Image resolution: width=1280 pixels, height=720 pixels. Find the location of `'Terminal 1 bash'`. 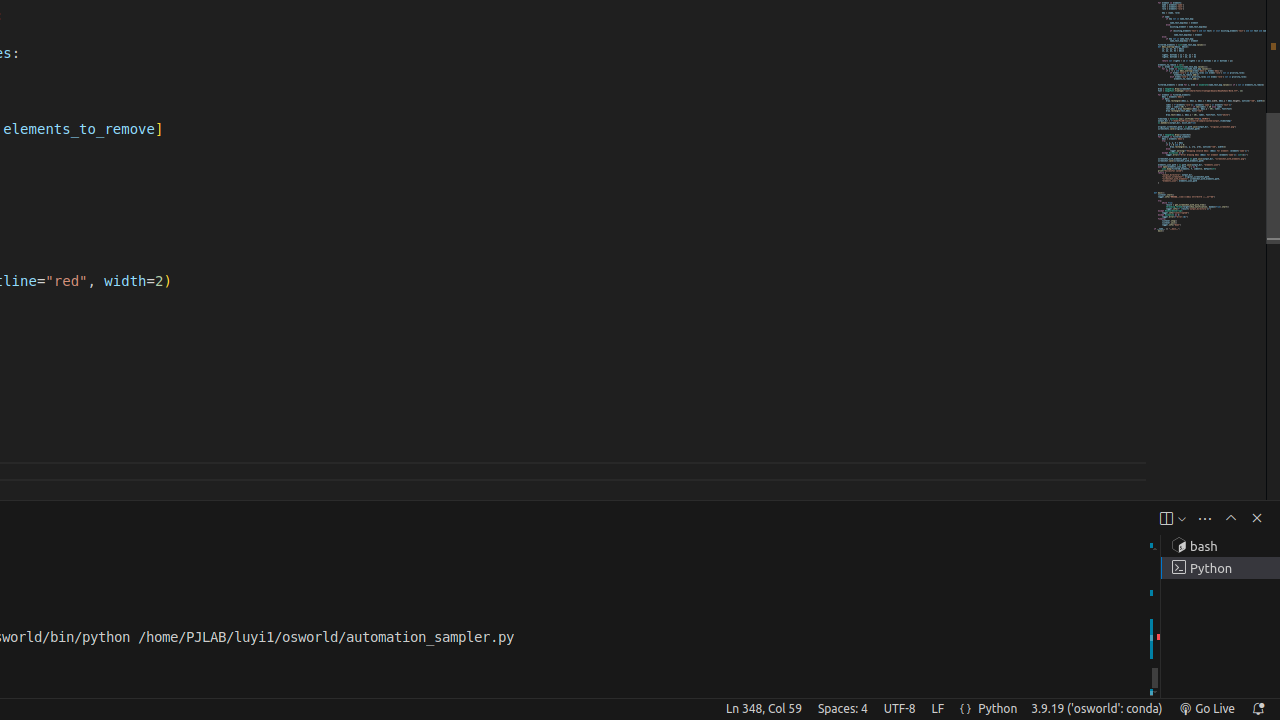

'Terminal 1 bash' is located at coordinates (1219, 545).